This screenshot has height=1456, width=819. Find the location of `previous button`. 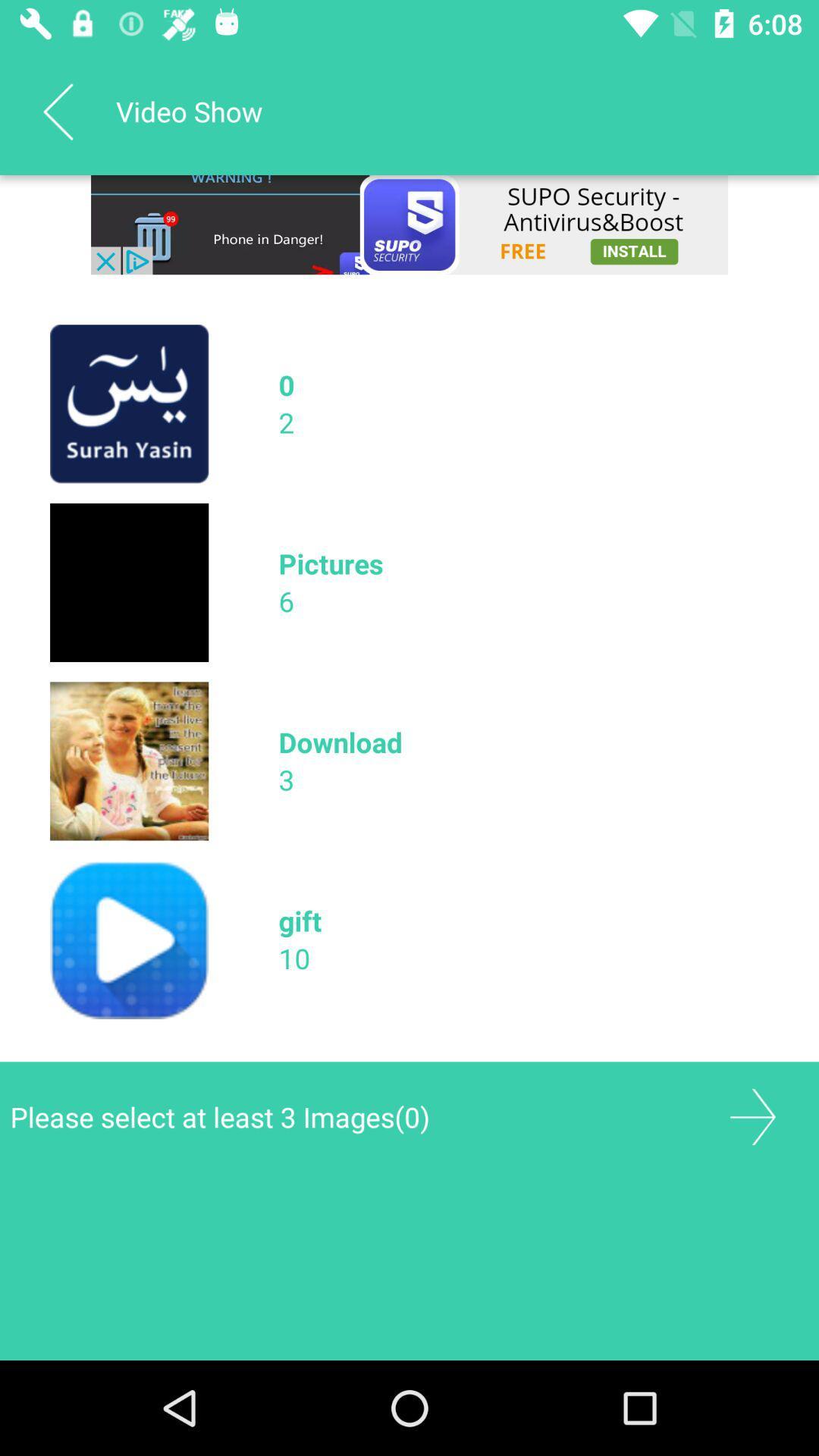

previous button is located at coordinates (57, 111).